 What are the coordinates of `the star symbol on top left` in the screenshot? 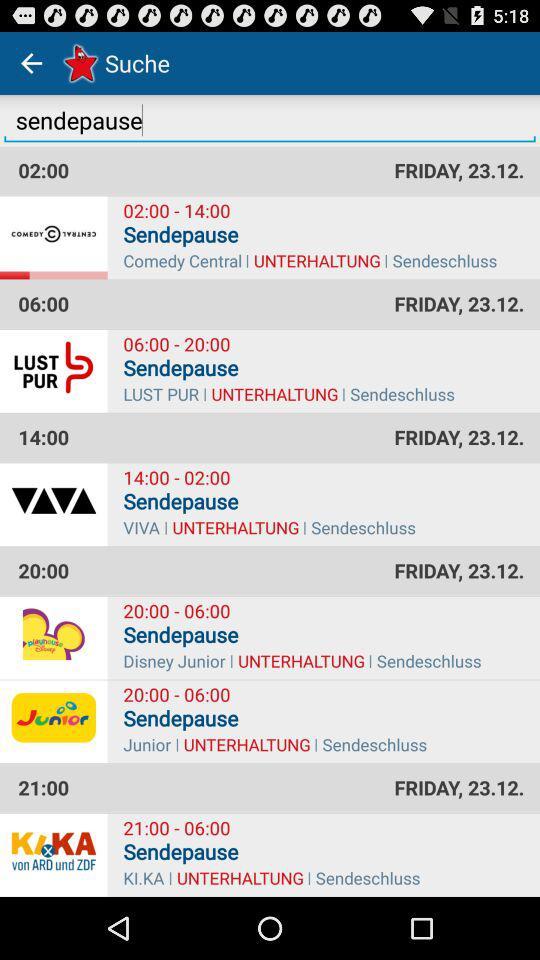 It's located at (77, 62).